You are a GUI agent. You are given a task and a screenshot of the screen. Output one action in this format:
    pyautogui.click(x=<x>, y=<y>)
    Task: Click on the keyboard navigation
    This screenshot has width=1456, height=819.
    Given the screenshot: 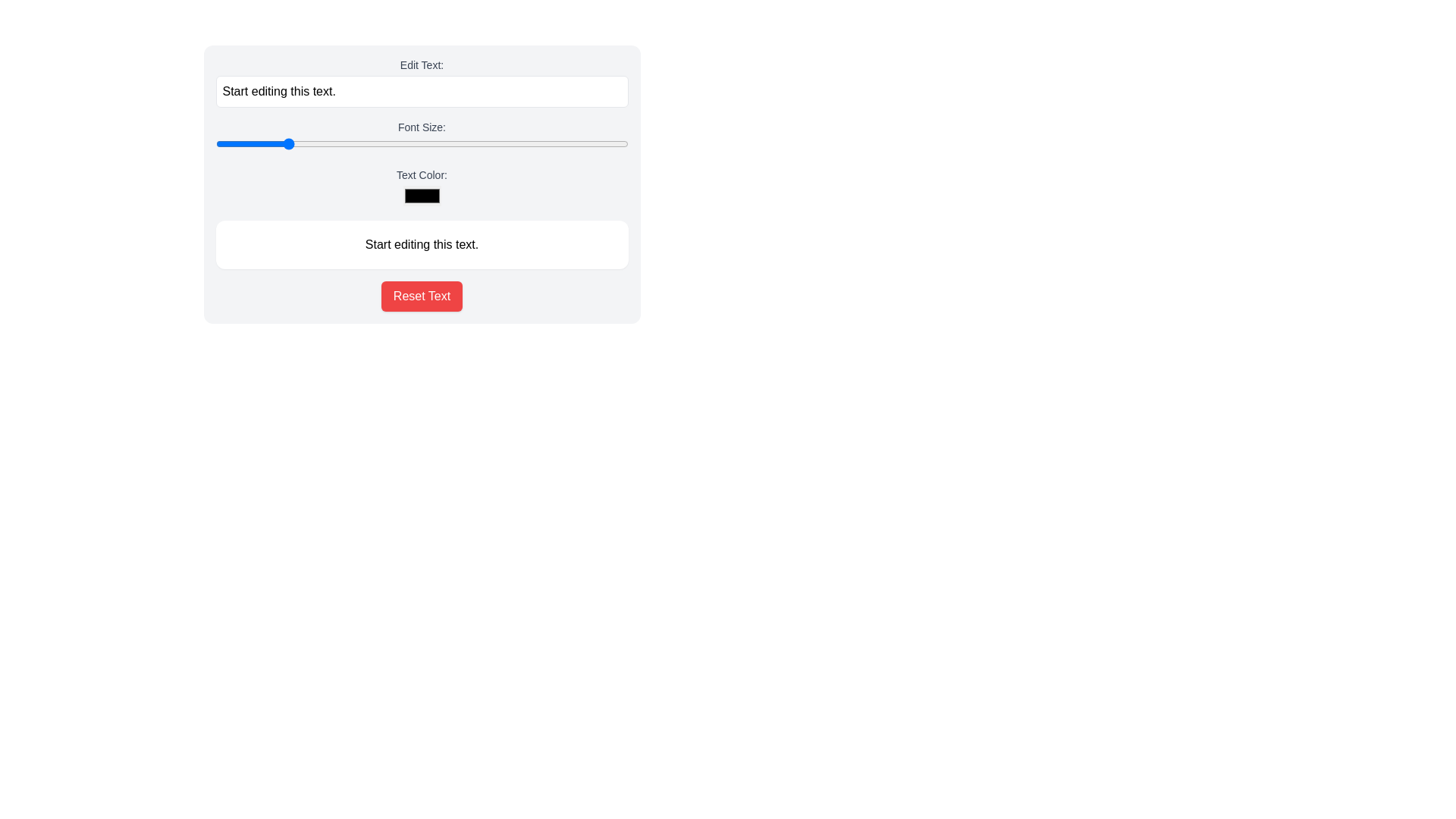 What is the action you would take?
    pyautogui.click(x=422, y=195)
    